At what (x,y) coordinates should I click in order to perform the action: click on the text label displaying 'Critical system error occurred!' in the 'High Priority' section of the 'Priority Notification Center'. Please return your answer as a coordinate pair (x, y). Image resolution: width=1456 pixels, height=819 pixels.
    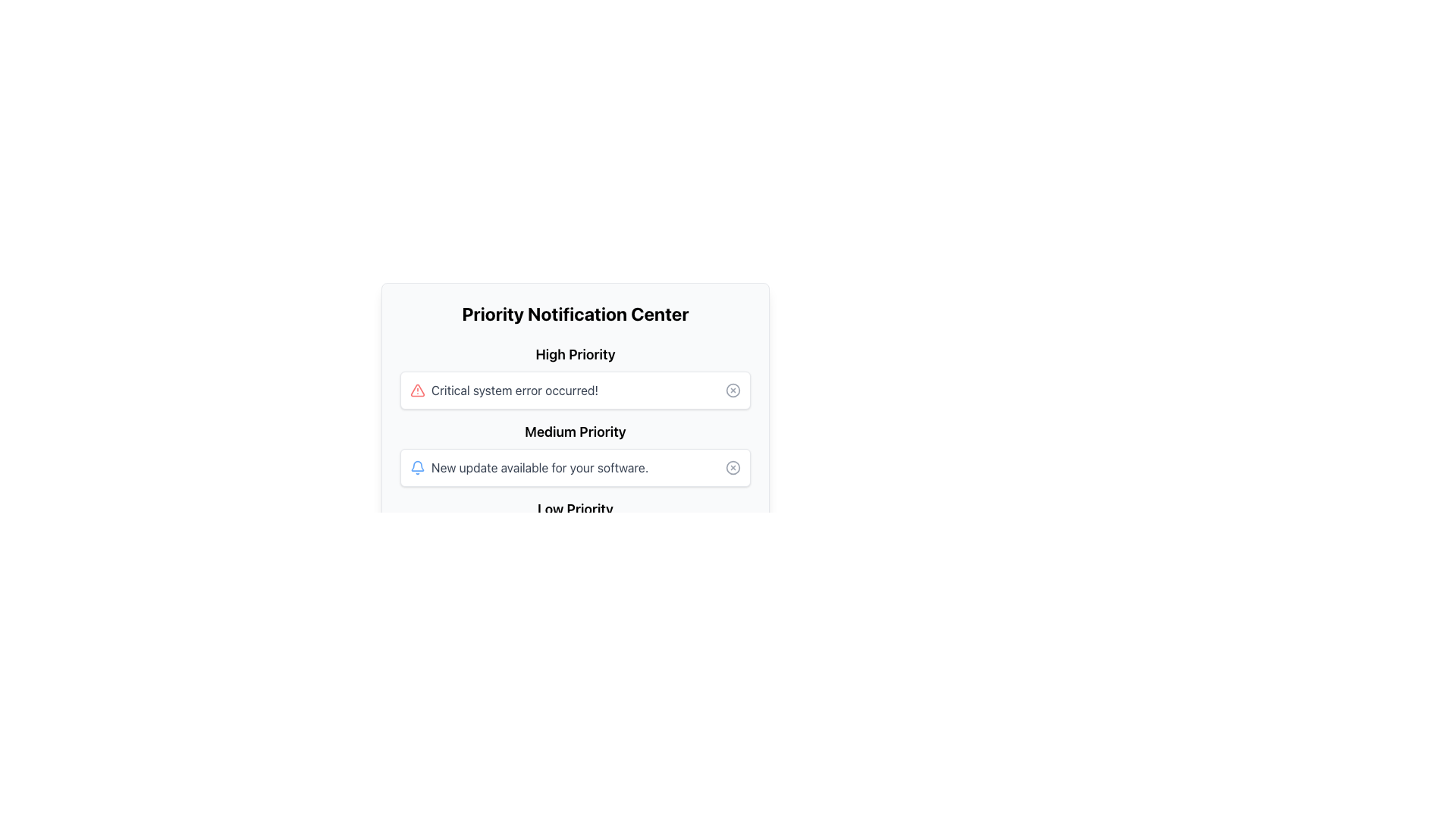
    Looking at the image, I should click on (515, 390).